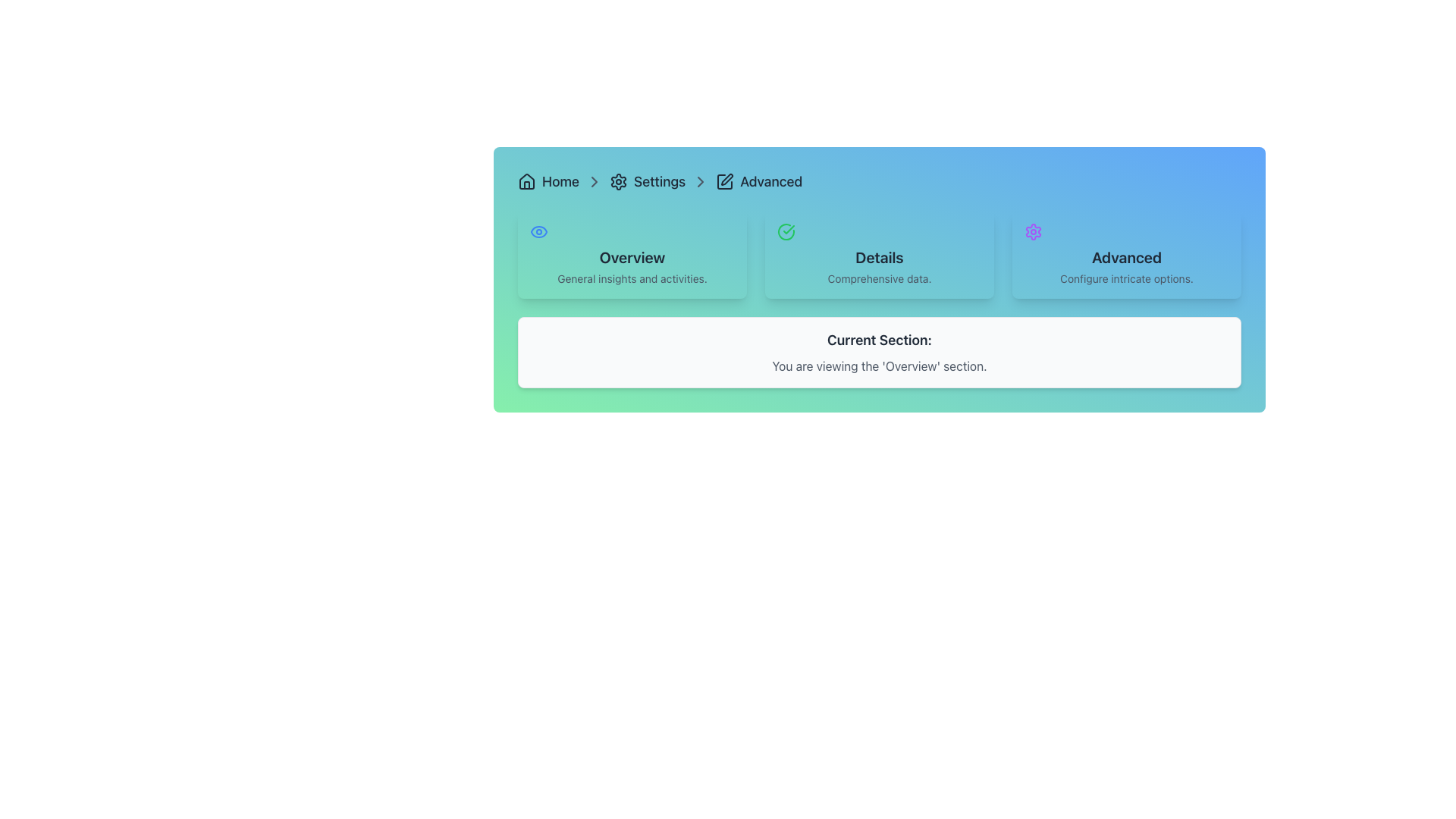 The height and width of the screenshot is (819, 1456). I want to click on the confirmation icon located on the far right of the second row of main buttons in the 'Details' card, indicating completed statuses or positive validation, so click(786, 231).